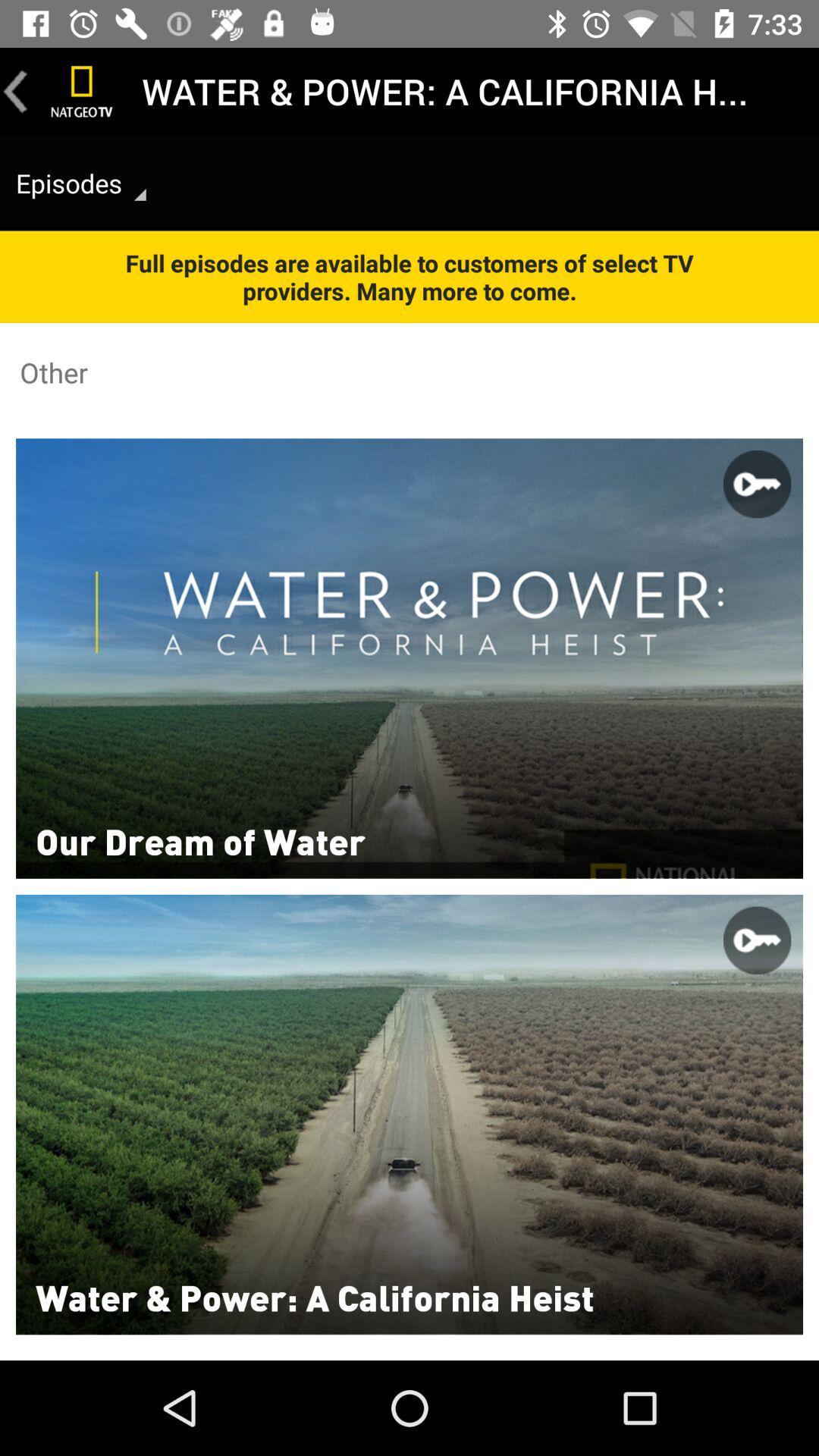 The height and width of the screenshot is (1456, 819). What do you see at coordinates (409, 1114) in the screenshot?
I see `the image at the bottom of the page` at bounding box center [409, 1114].